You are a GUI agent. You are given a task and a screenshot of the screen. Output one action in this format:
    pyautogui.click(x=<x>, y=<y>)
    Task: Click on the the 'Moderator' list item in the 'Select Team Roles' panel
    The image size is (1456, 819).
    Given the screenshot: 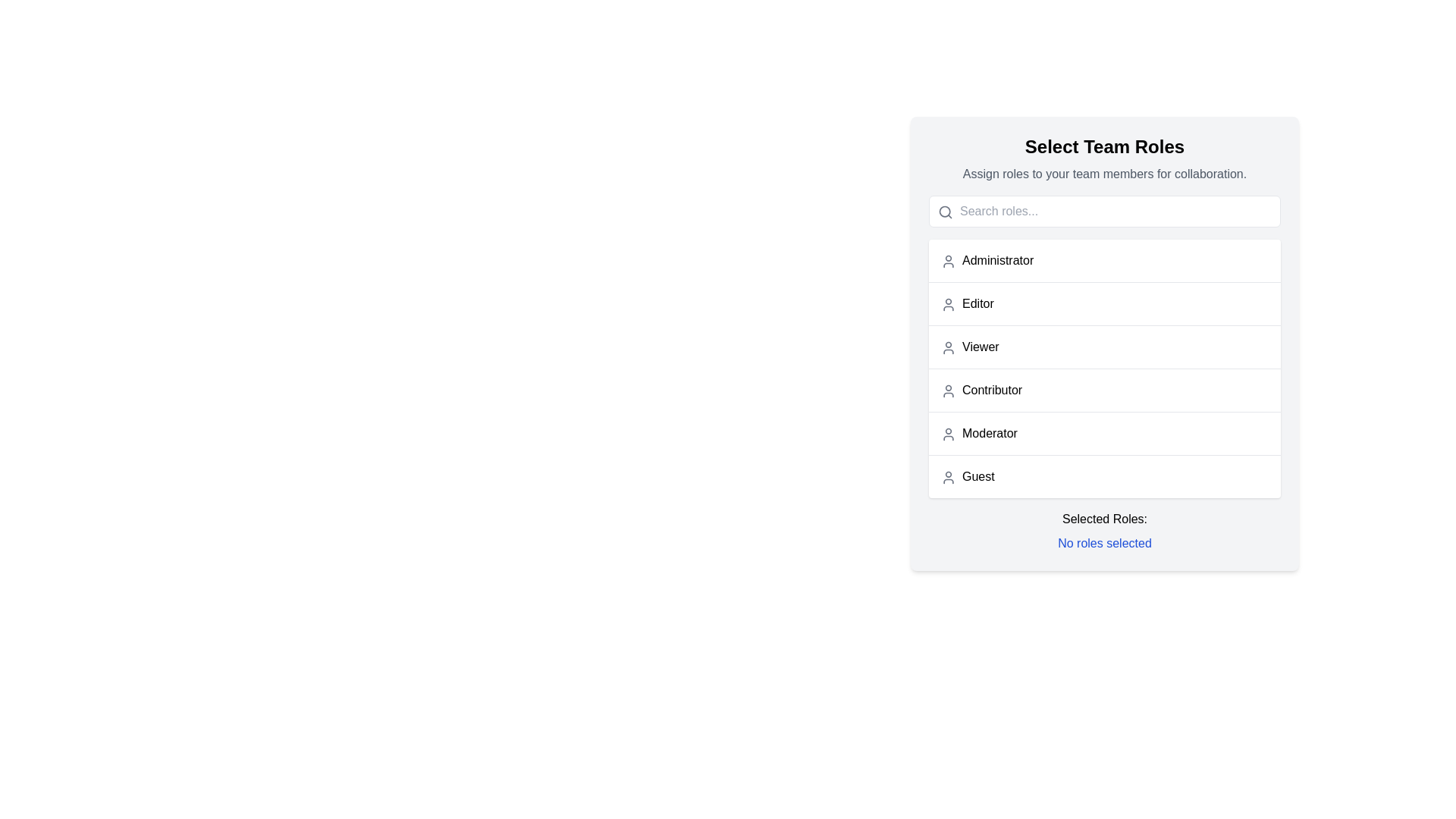 What is the action you would take?
    pyautogui.click(x=1105, y=432)
    